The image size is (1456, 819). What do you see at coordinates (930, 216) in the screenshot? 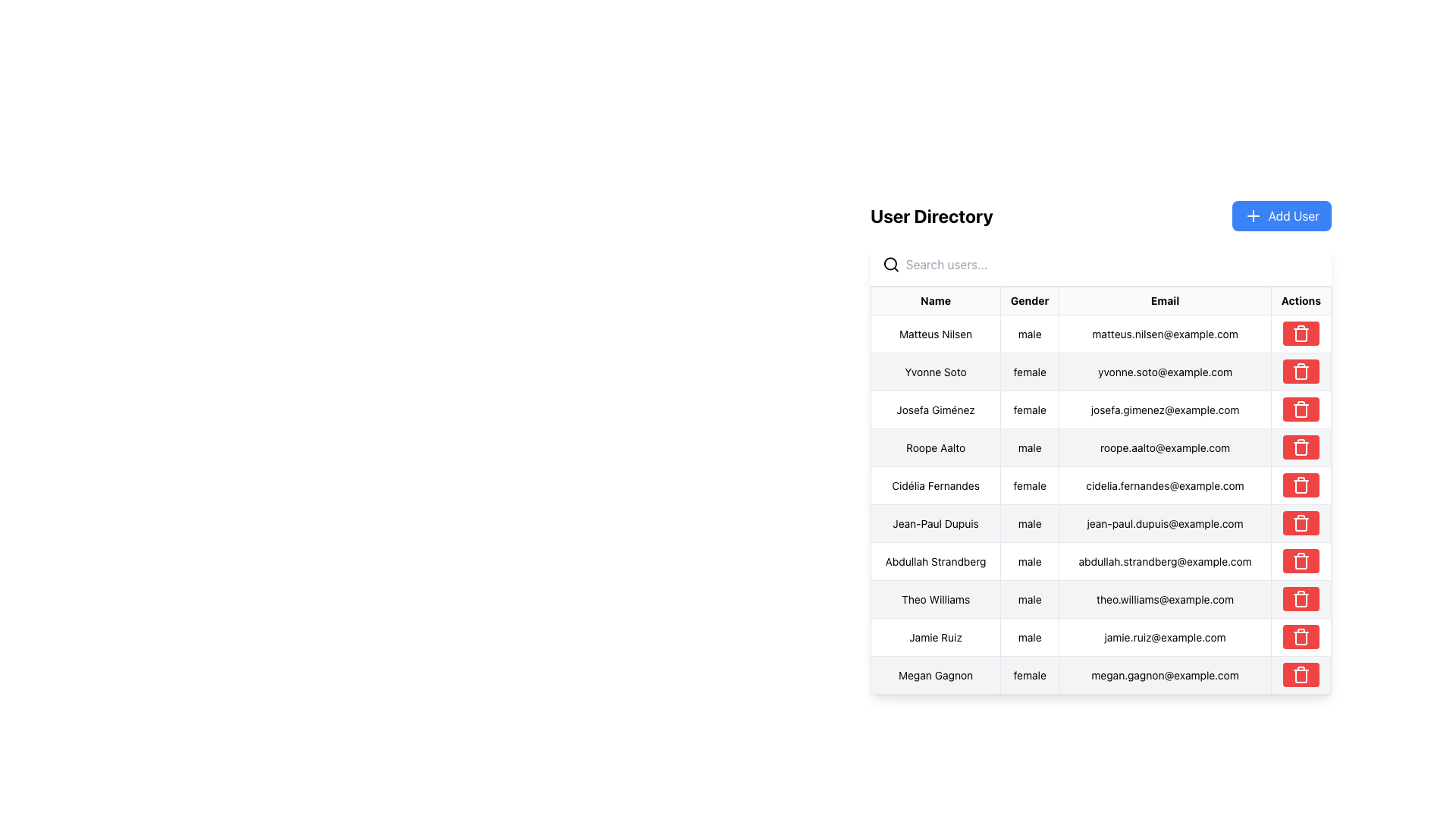
I see `the bold text element reading 'User Directory', which is styled as a heading in large black font, located above the search input field and to the left of the 'Add User' button` at bounding box center [930, 216].